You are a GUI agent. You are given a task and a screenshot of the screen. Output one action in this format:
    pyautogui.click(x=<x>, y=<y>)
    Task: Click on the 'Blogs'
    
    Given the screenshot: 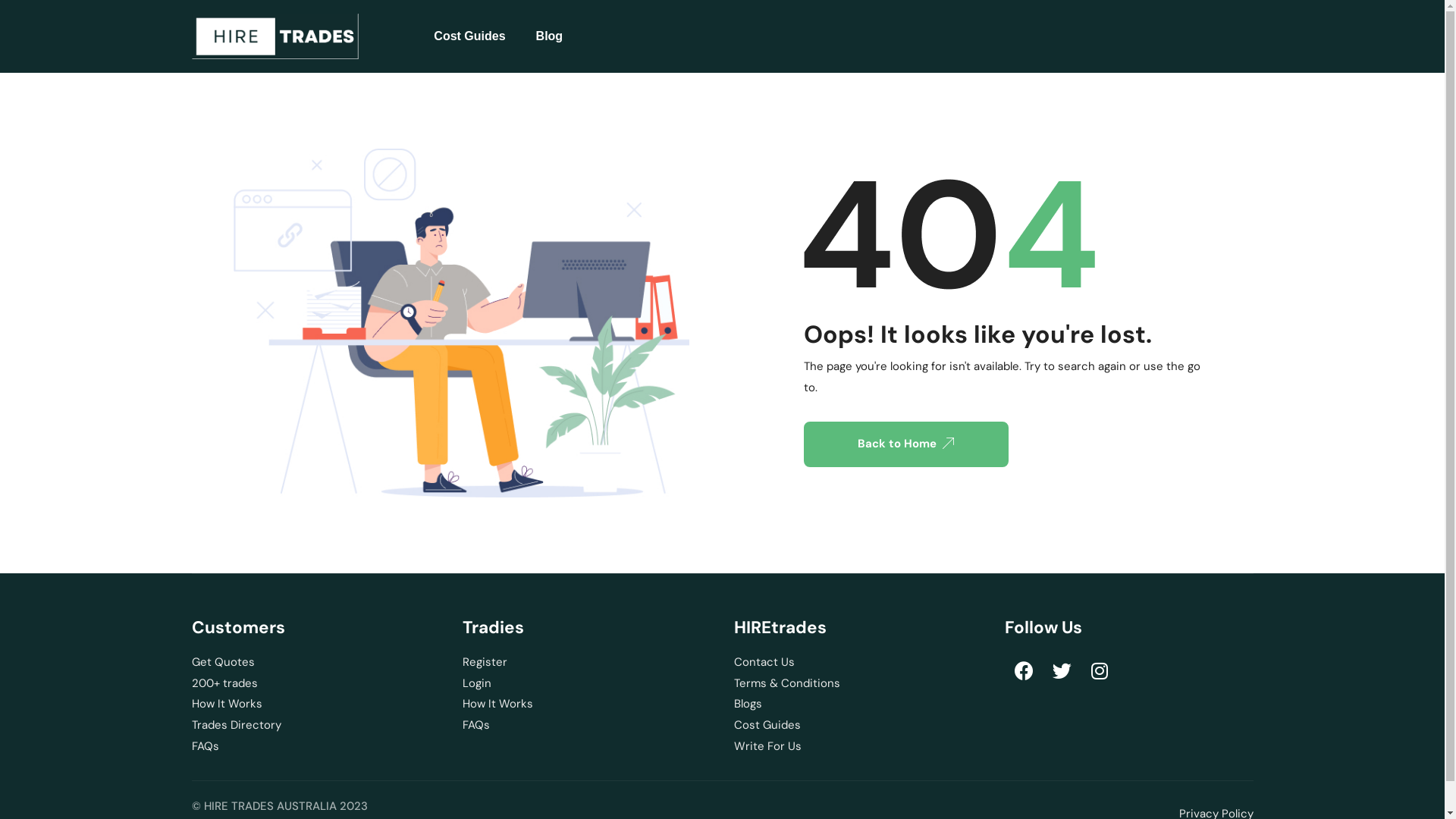 What is the action you would take?
    pyautogui.click(x=858, y=704)
    